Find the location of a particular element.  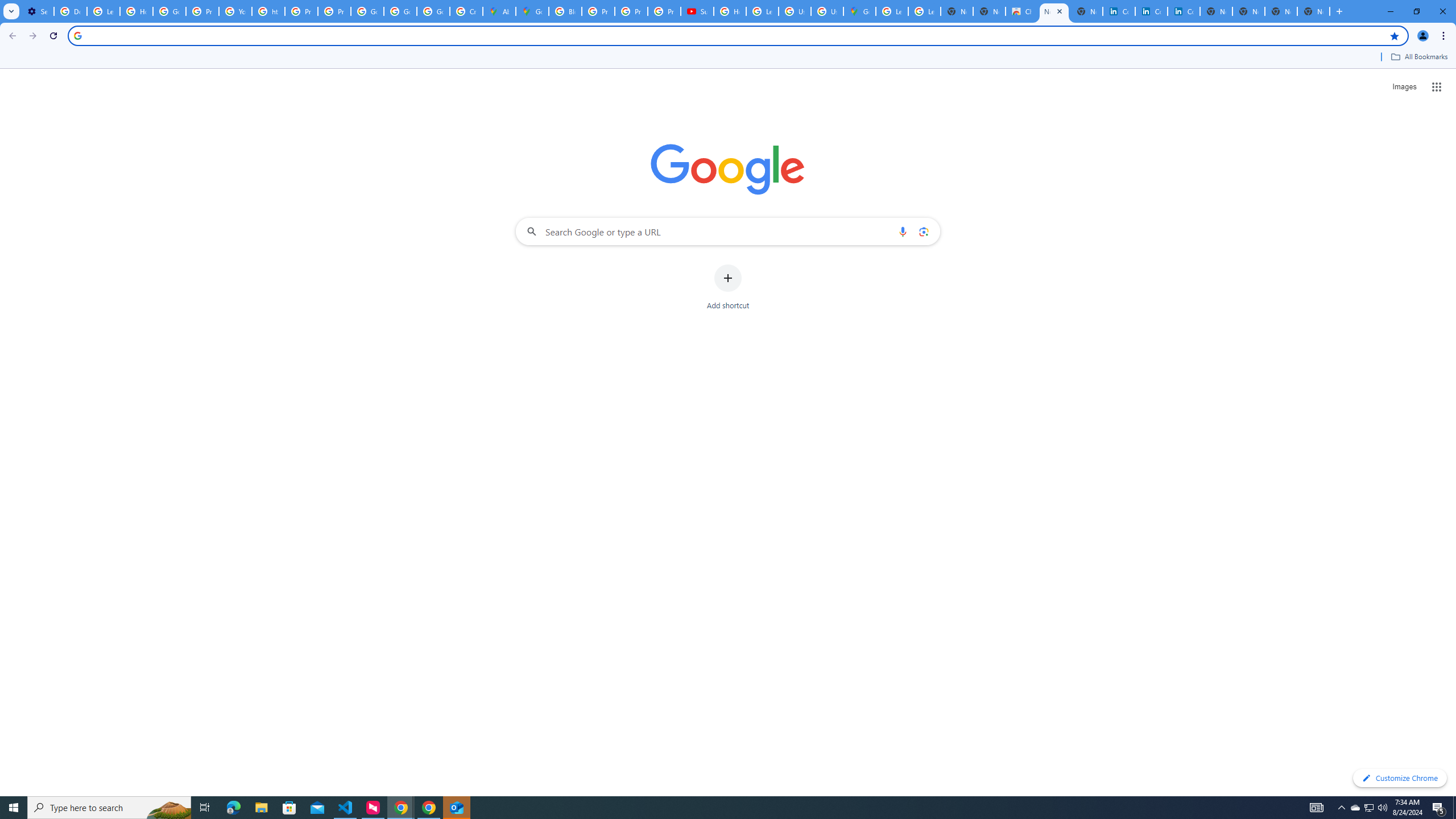

'Google Maps' is located at coordinates (859, 11).